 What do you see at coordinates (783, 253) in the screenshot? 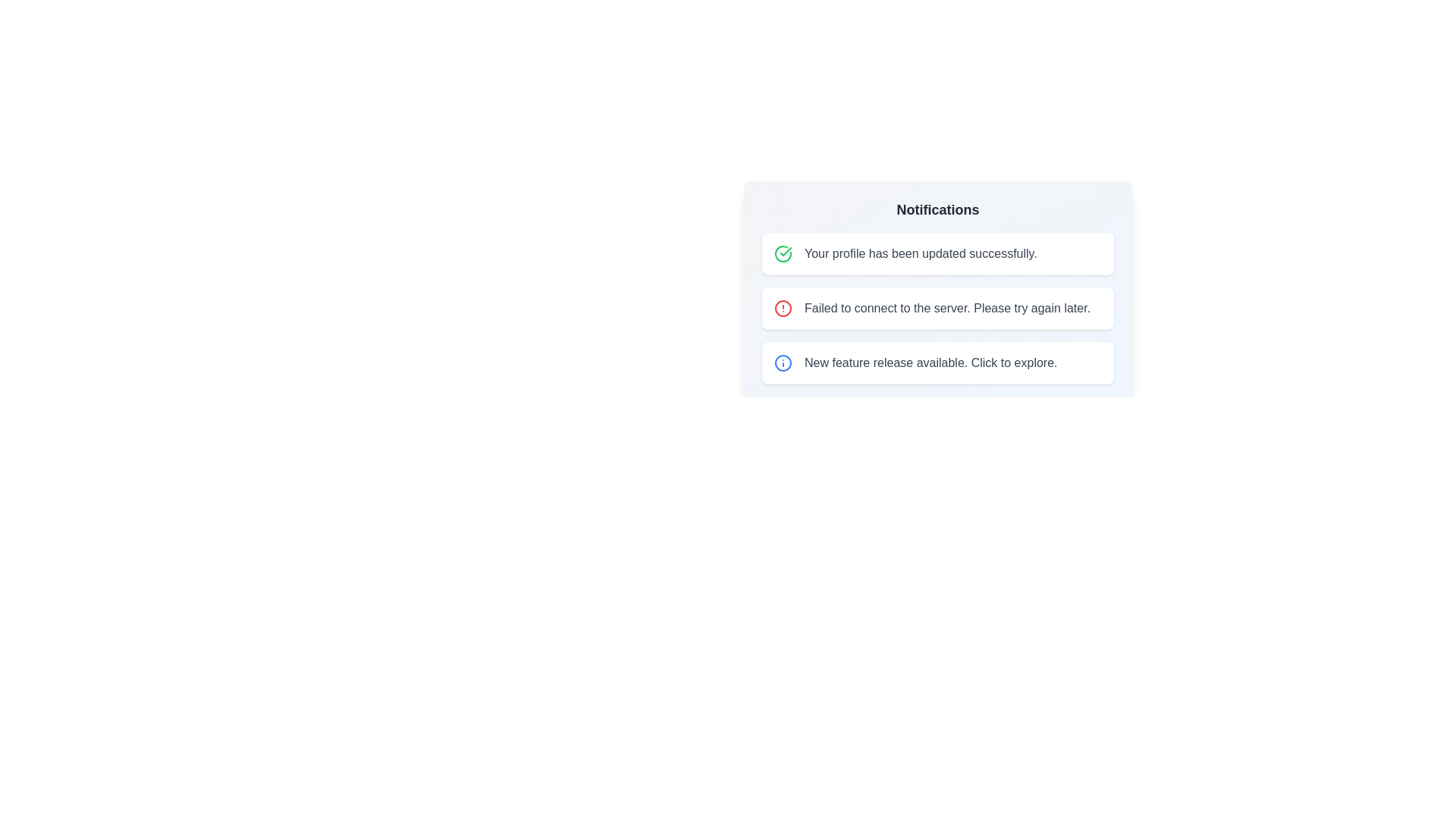
I see `the green circular icon with a checkmark design, which indicates a successful state, located in the notification box that displays 'Your profile has been updated successfully.'` at bounding box center [783, 253].